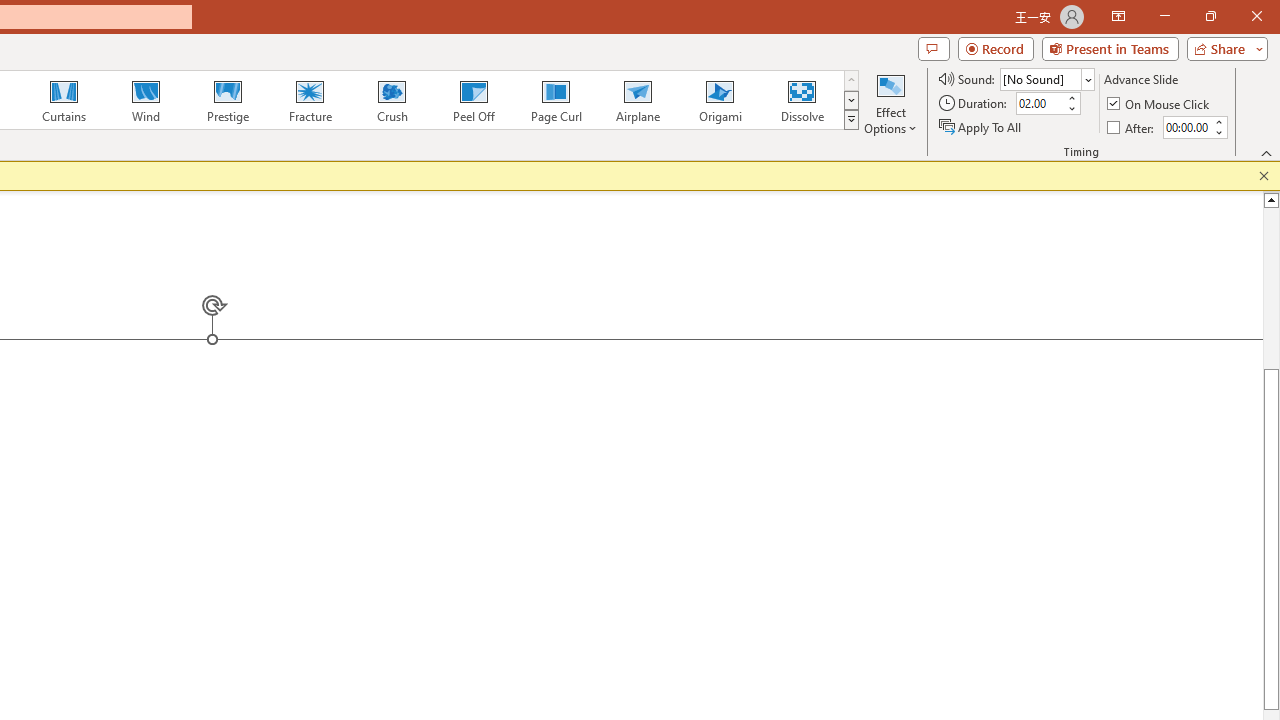 Image resolution: width=1280 pixels, height=720 pixels. Describe the element at coordinates (391, 100) in the screenshot. I see `'Crush'` at that location.